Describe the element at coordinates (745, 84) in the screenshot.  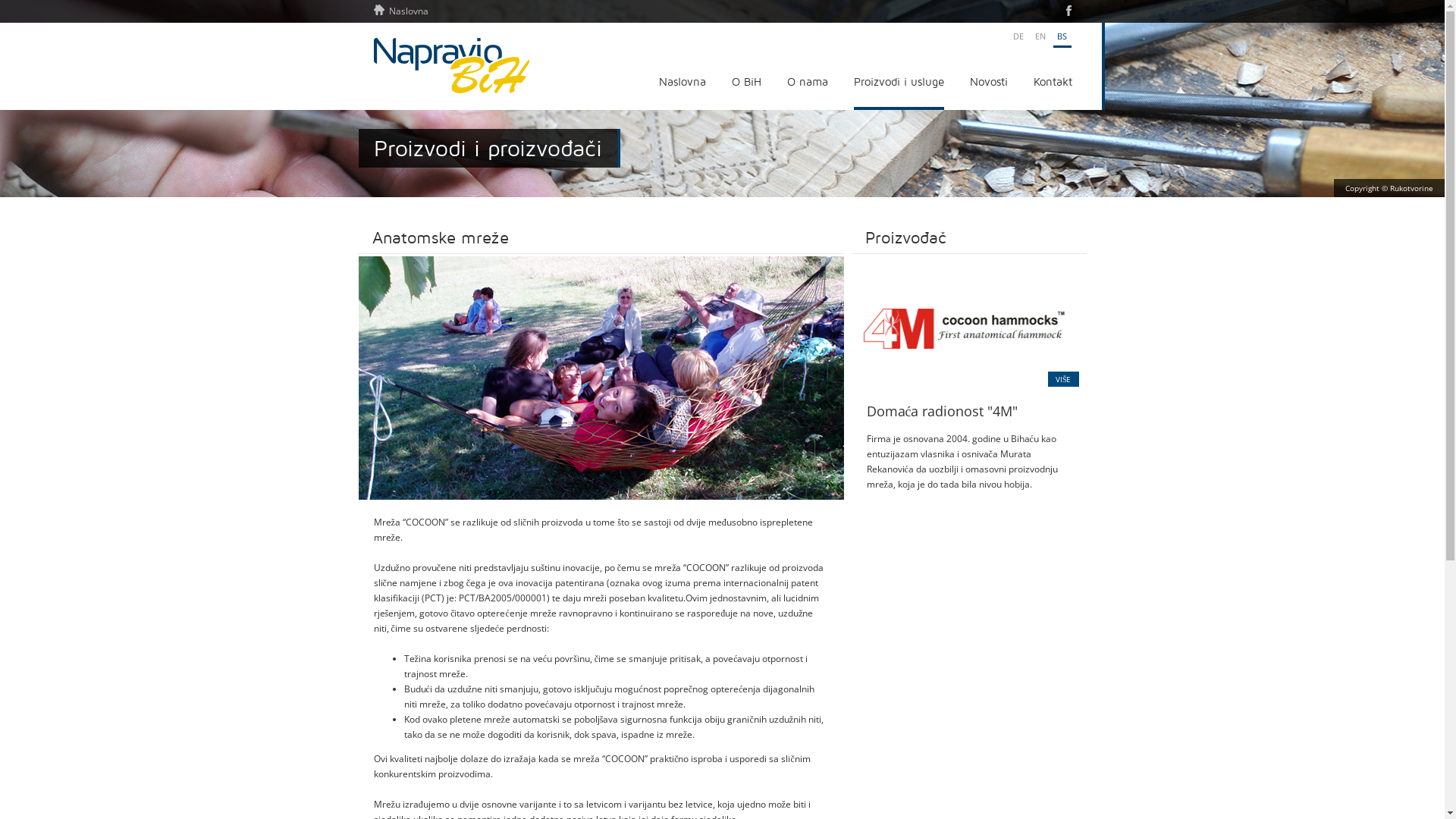
I see `'O BiH'` at that location.